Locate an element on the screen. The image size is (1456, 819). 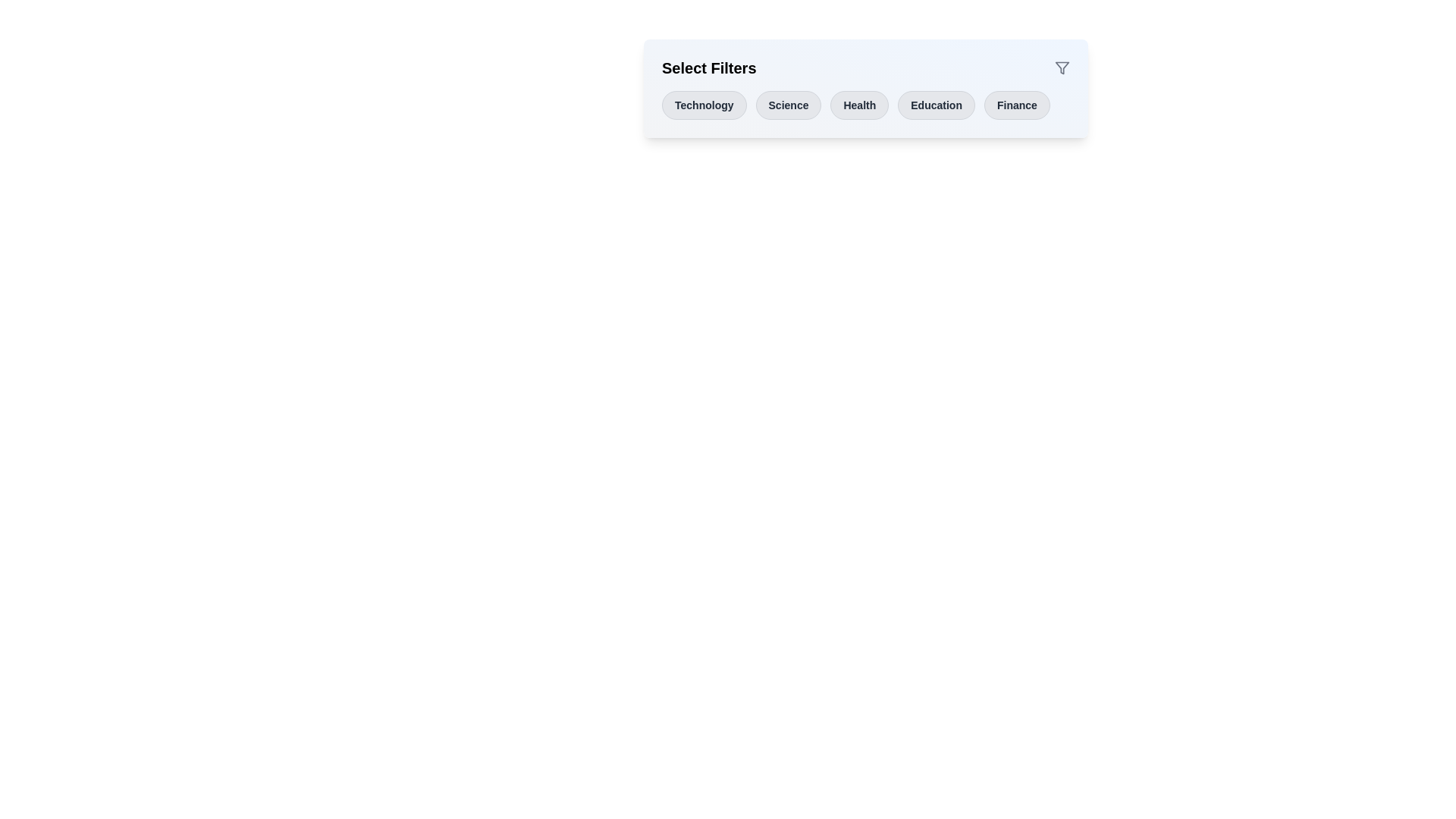
the button labeled Technology to observe its hover effect is located at coordinates (703, 104).